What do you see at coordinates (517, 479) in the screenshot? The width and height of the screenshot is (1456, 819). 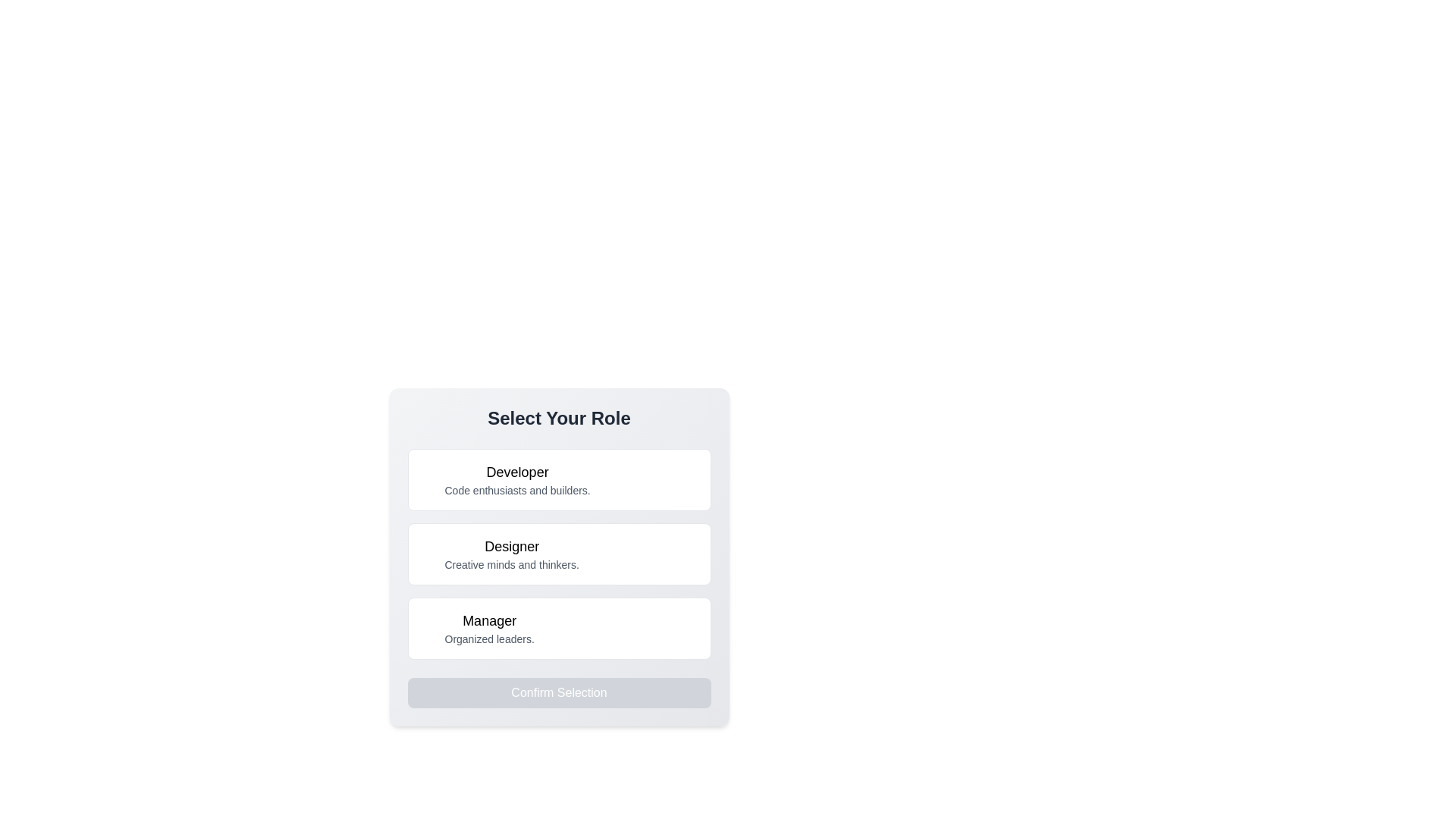 I see `the topmost selectable option for the role 'Developer' in the vertically stacked list to make a selection` at bounding box center [517, 479].